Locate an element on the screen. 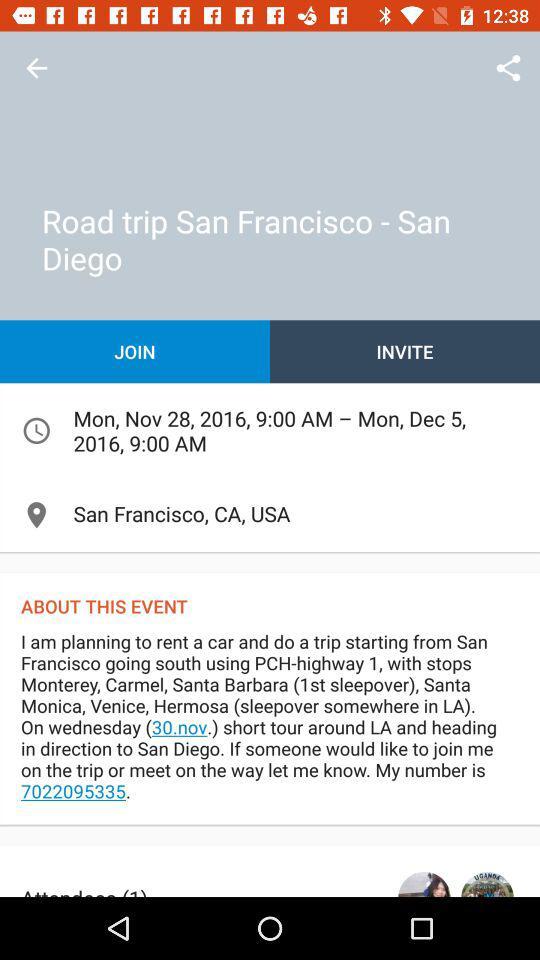 The height and width of the screenshot is (960, 540). invite is located at coordinates (405, 351).